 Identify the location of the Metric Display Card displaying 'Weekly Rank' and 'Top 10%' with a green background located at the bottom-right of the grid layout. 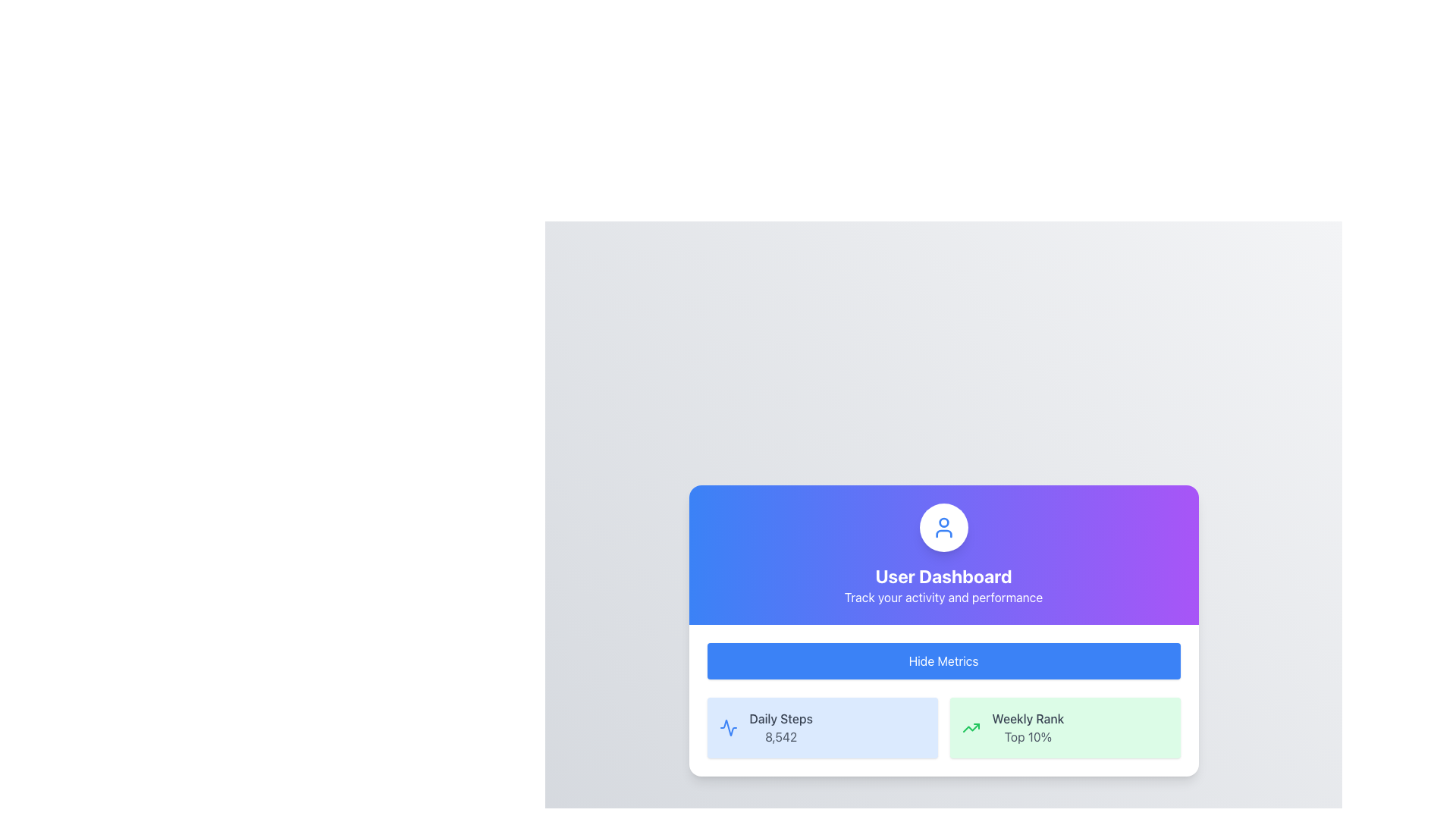
(1064, 727).